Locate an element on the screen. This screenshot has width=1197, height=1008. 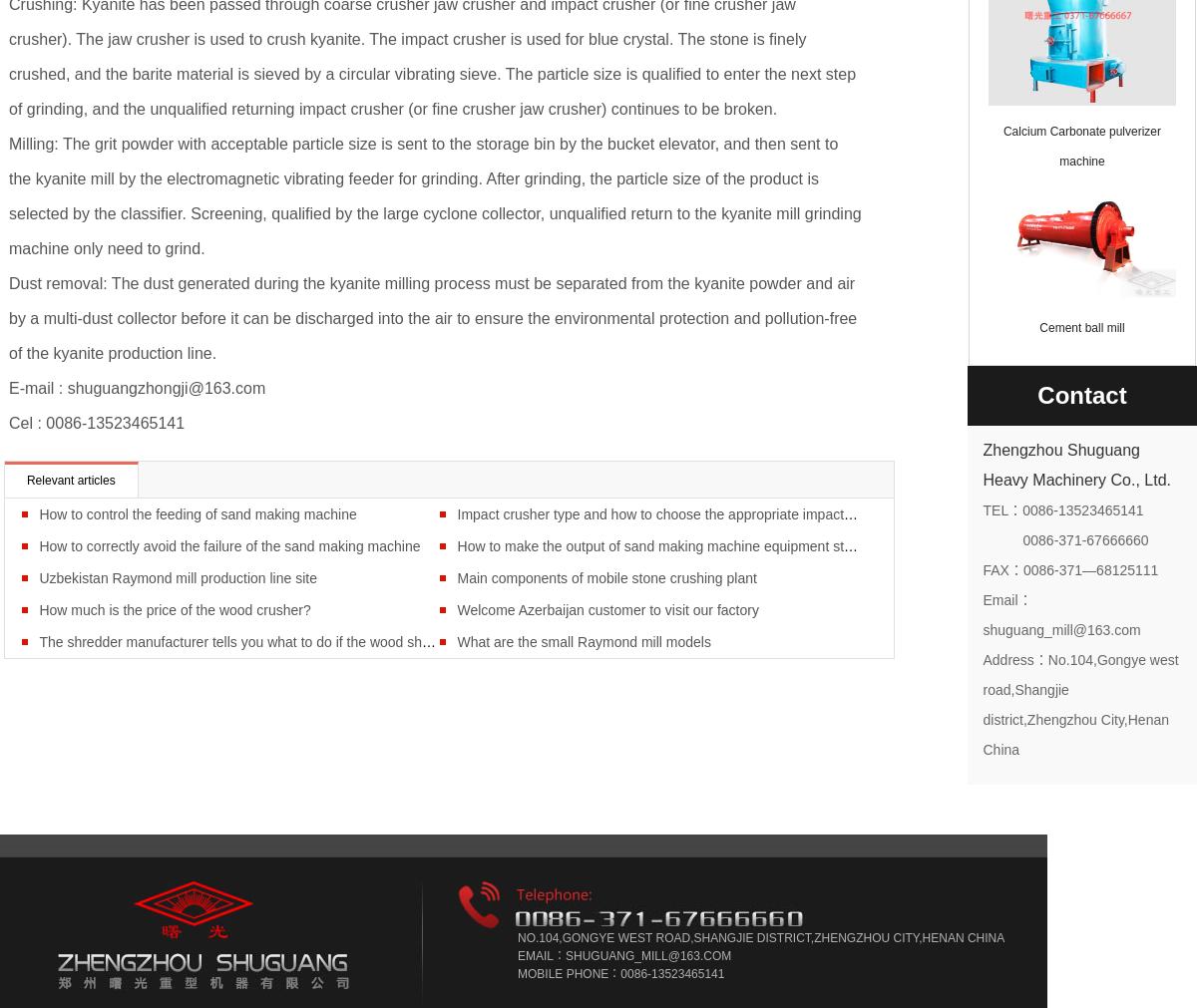
'0086-371-67666660' is located at coordinates (1022, 539).